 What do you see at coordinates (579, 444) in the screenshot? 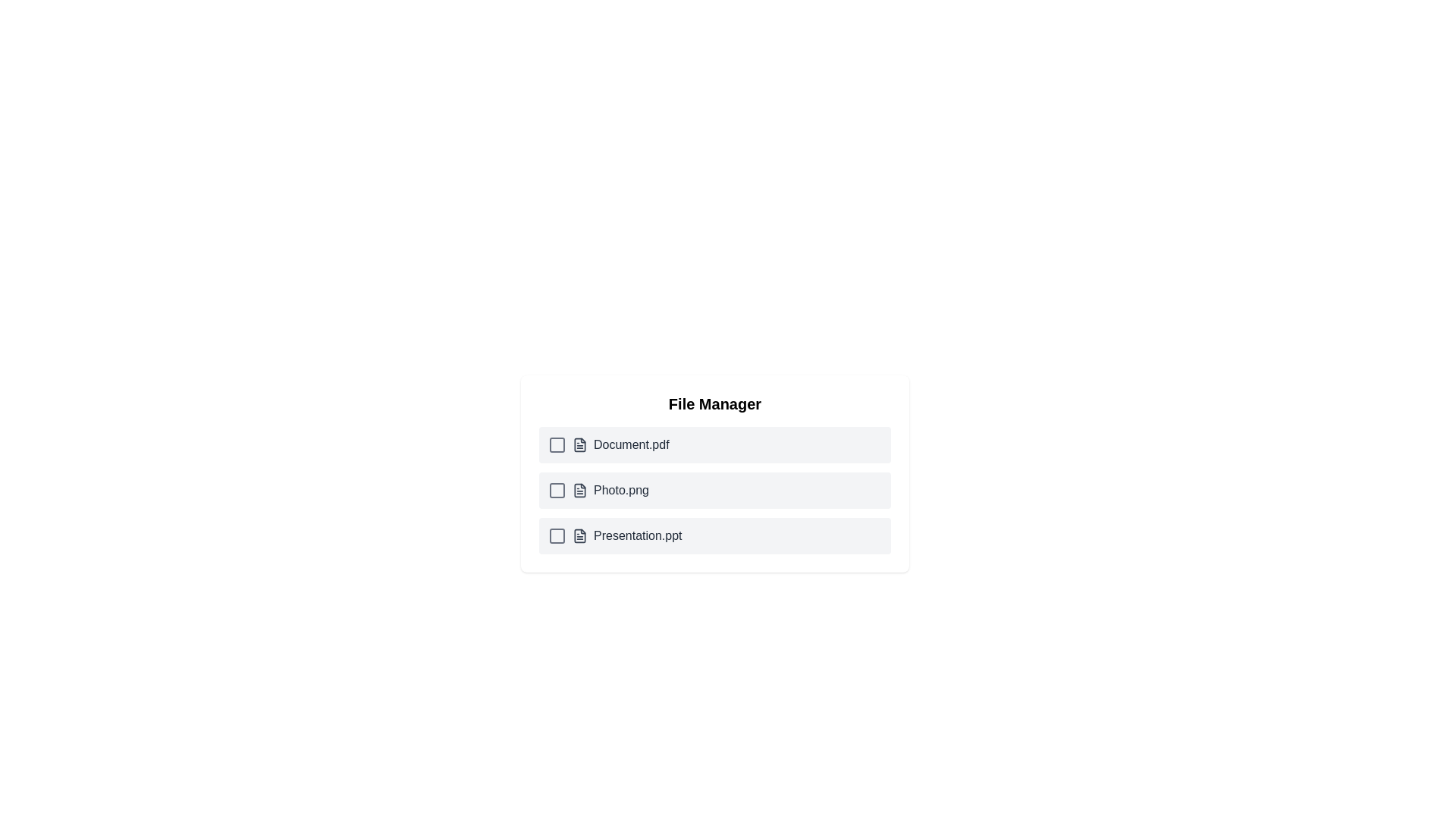
I see `the file icon graphic located in the upper left corner of the file list interface, which visually represents a file or document` at bounding box center [579, 444].